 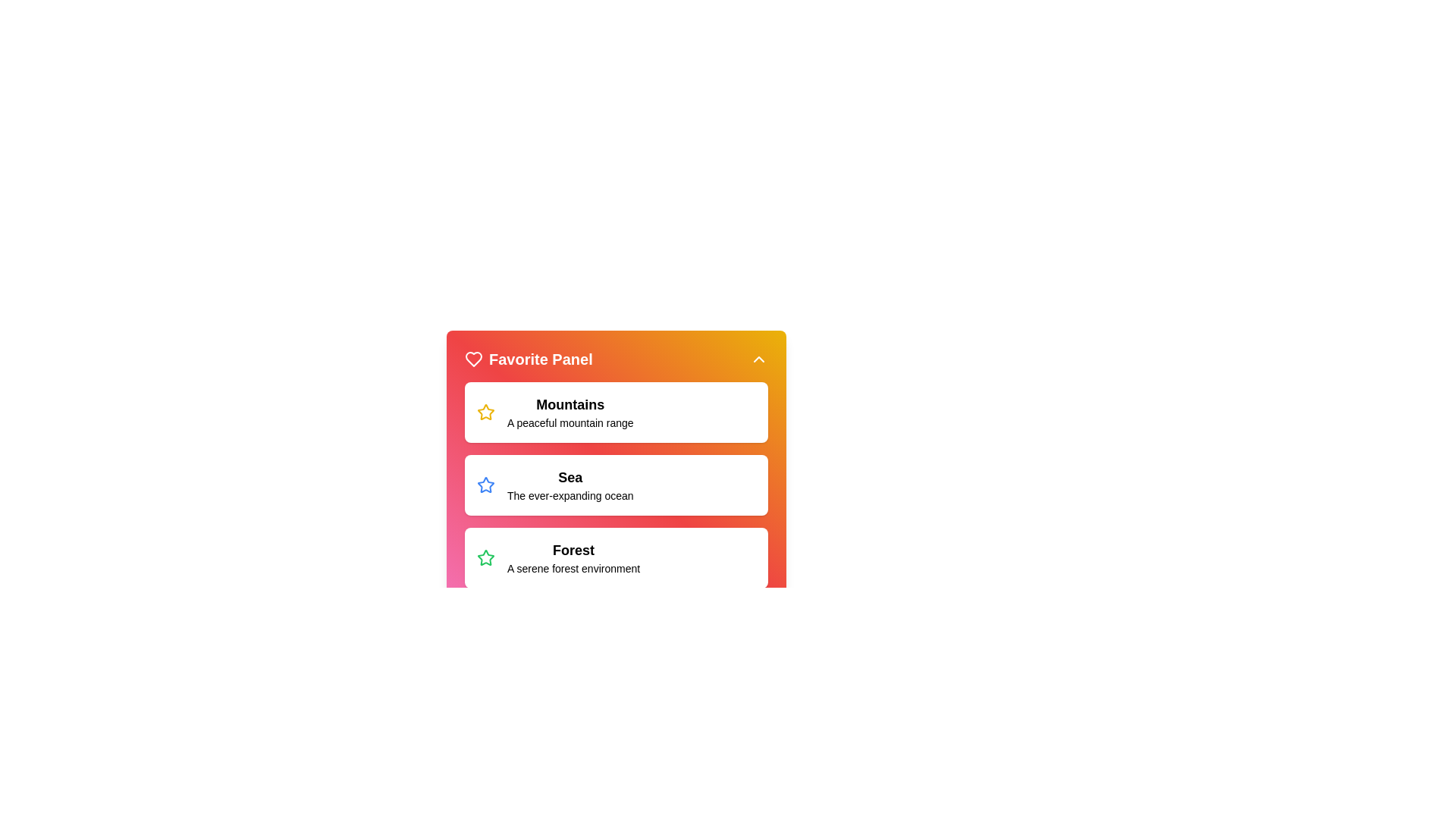 What do you see at coordinates (486, 412) in the screenshot?
I see `the star-shaped icon with a golden yellow outline located to the left of the text 'Sea' in the 'Favorite Panel' menu` at bounding box center [486, 412].